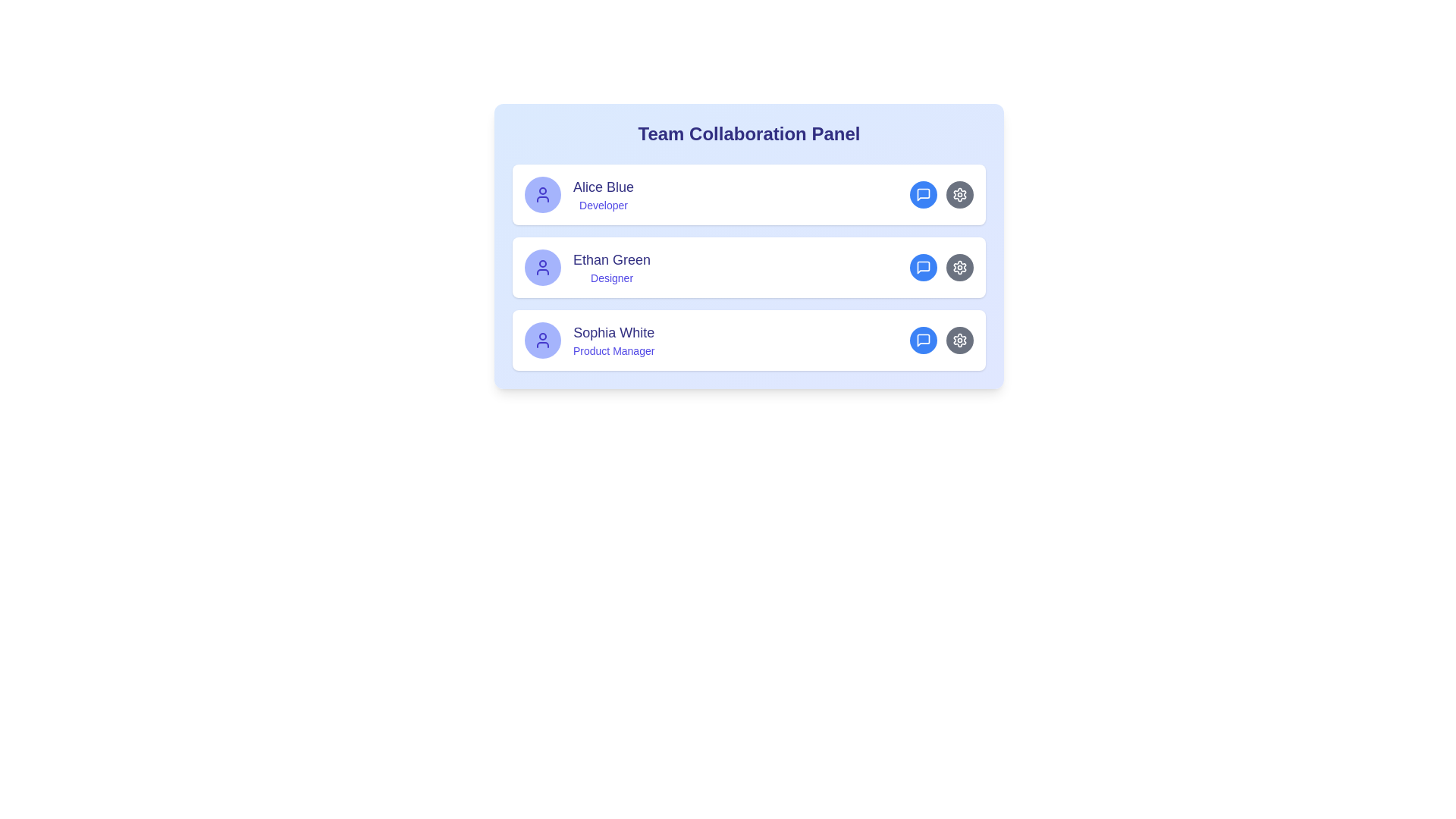  What do you see at coordinates (959, 194) in the screenshot?
I see `the gear-shaped settings icon on the rightmost side of the interface, aligned with the 'Alice Blue - Developer' entry` at bounding box center [959, 194].